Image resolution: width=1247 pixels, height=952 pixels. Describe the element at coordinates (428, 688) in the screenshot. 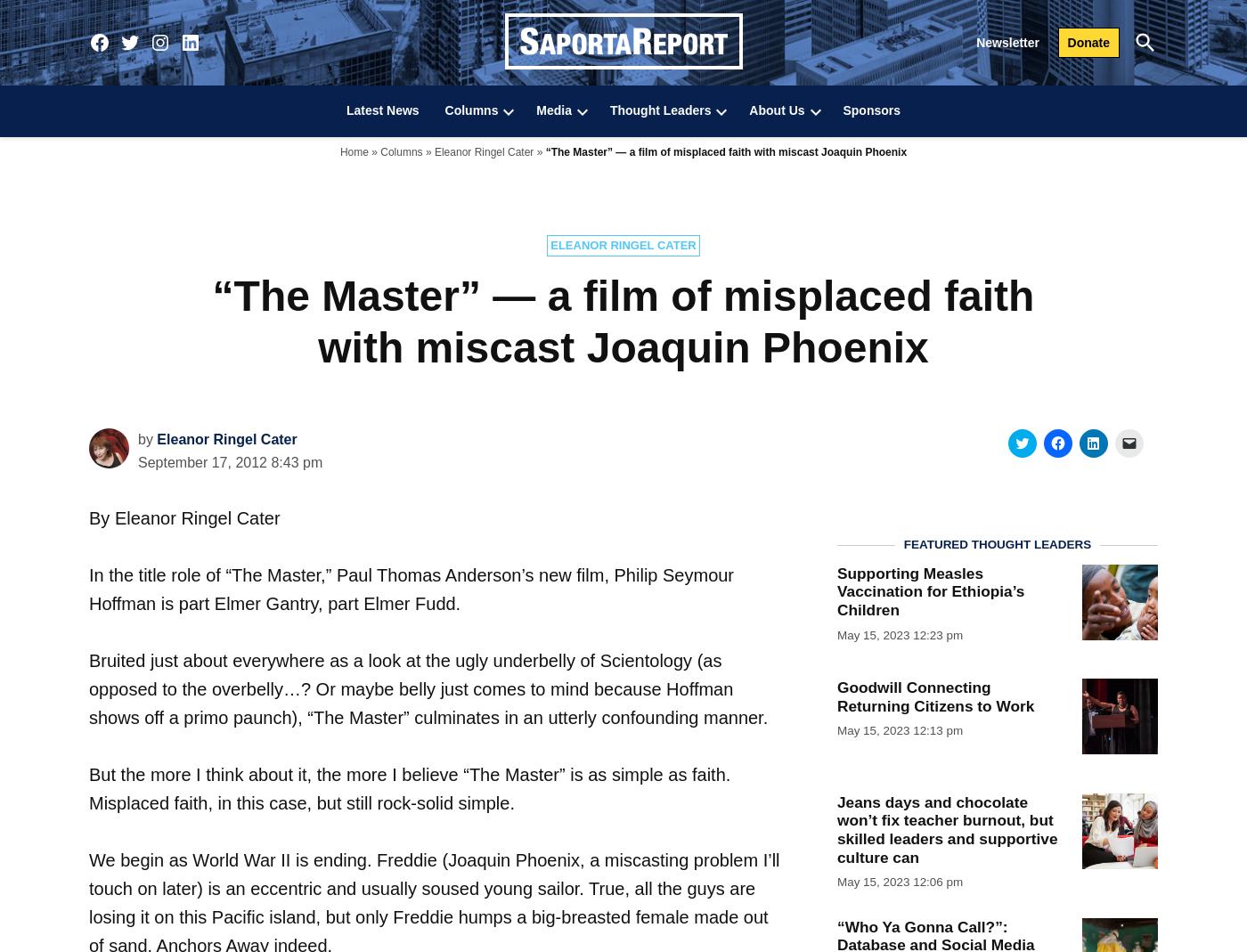

I see `'Bruited just about everywhere as a look at the ugly underbelly of Scientology (as opposed to the overbelly…? Or maybe belly just comes to mind because Hoffman shows off a primo paunch), “The Master” culminates in an utterly confounding manner.'` at that location.